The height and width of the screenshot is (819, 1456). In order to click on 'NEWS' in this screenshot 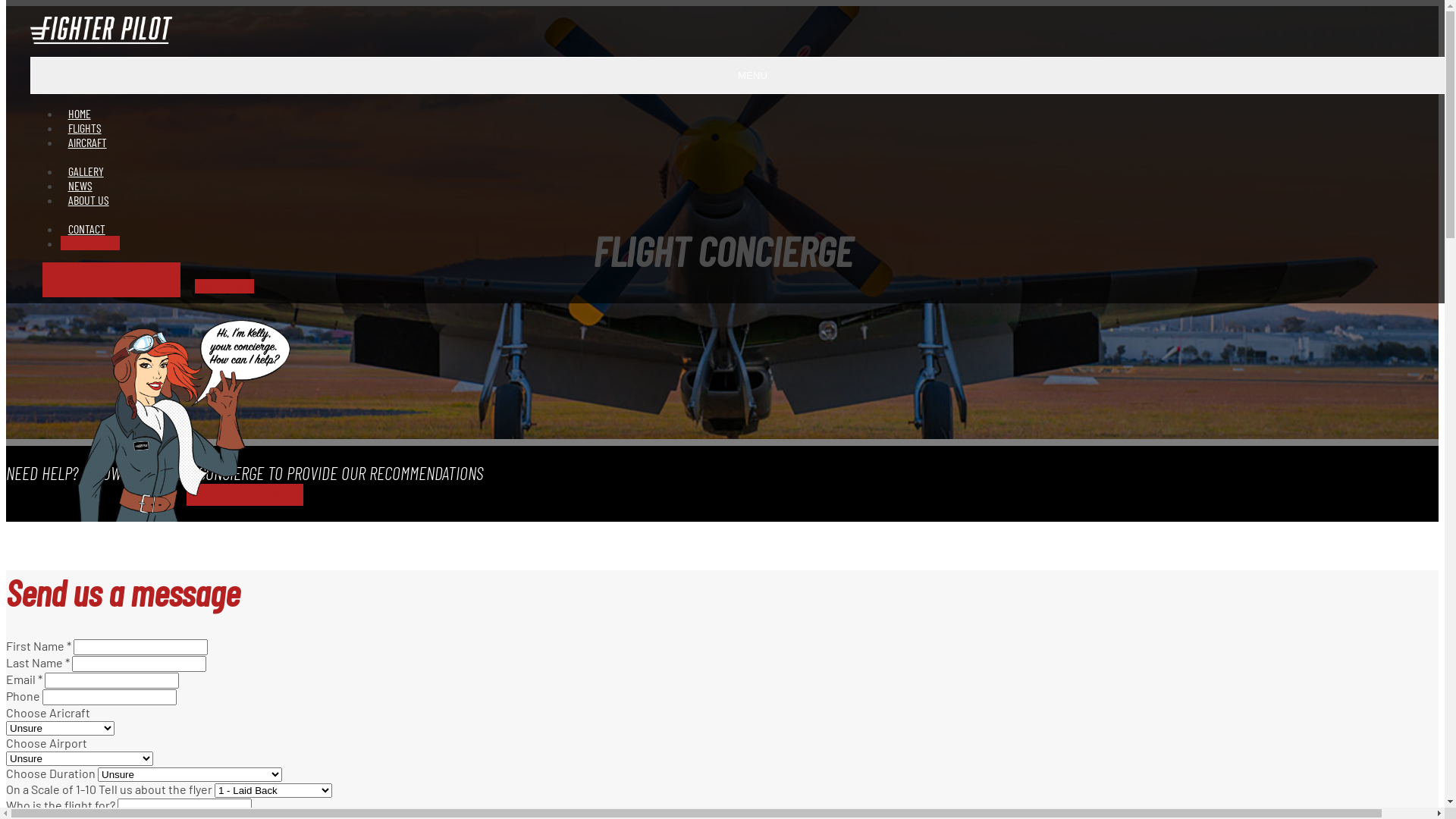, I will do `click(79, 184)`.